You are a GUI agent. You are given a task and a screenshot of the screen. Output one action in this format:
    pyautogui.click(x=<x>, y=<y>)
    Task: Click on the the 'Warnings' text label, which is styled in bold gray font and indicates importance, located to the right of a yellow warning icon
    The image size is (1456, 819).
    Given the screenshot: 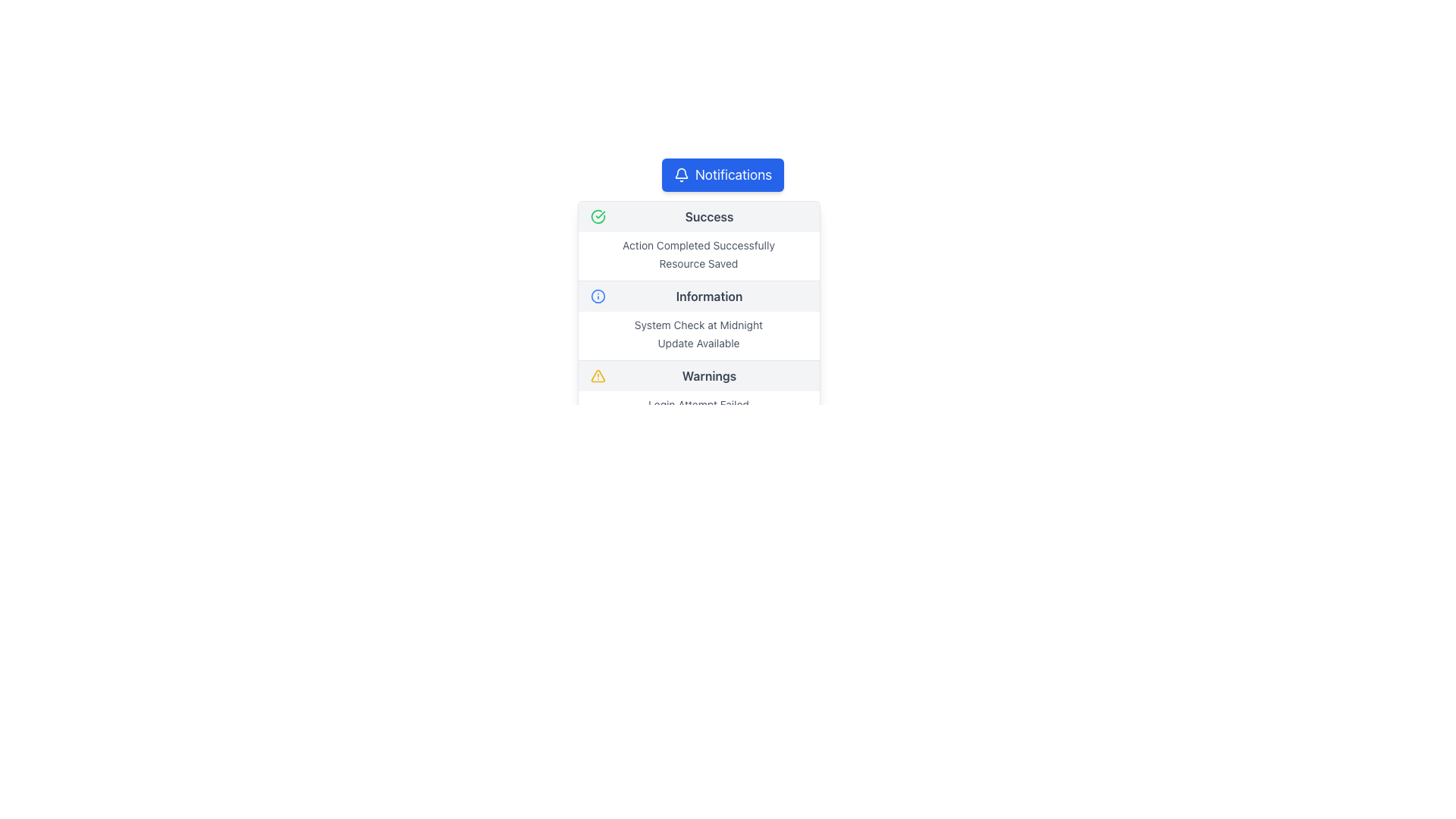 What is the action you would take?
    pyautogui.click(x=708, y=375)
    